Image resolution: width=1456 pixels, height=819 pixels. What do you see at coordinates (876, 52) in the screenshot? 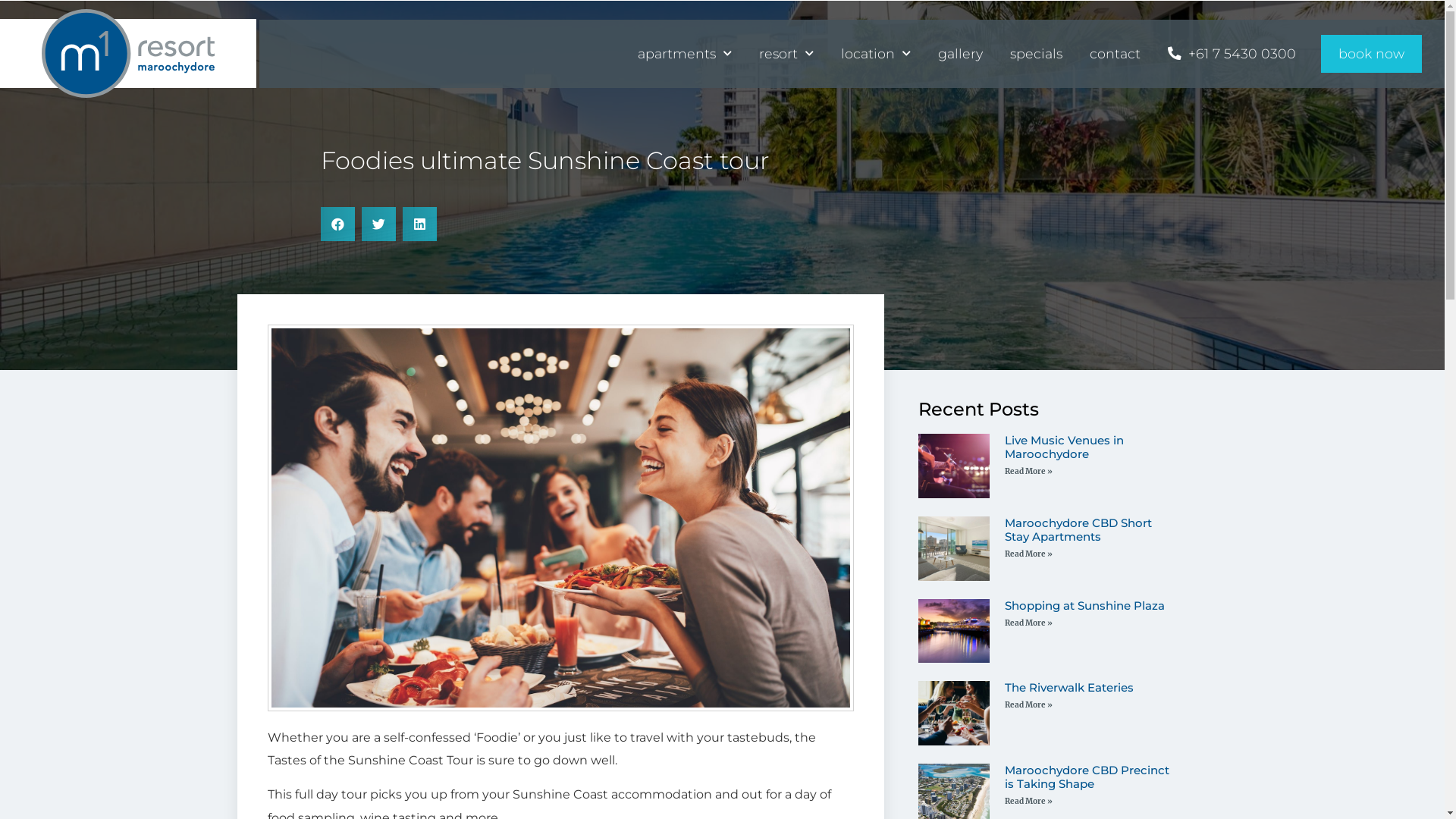
I see `'location'` at bounding box center [876, 52].